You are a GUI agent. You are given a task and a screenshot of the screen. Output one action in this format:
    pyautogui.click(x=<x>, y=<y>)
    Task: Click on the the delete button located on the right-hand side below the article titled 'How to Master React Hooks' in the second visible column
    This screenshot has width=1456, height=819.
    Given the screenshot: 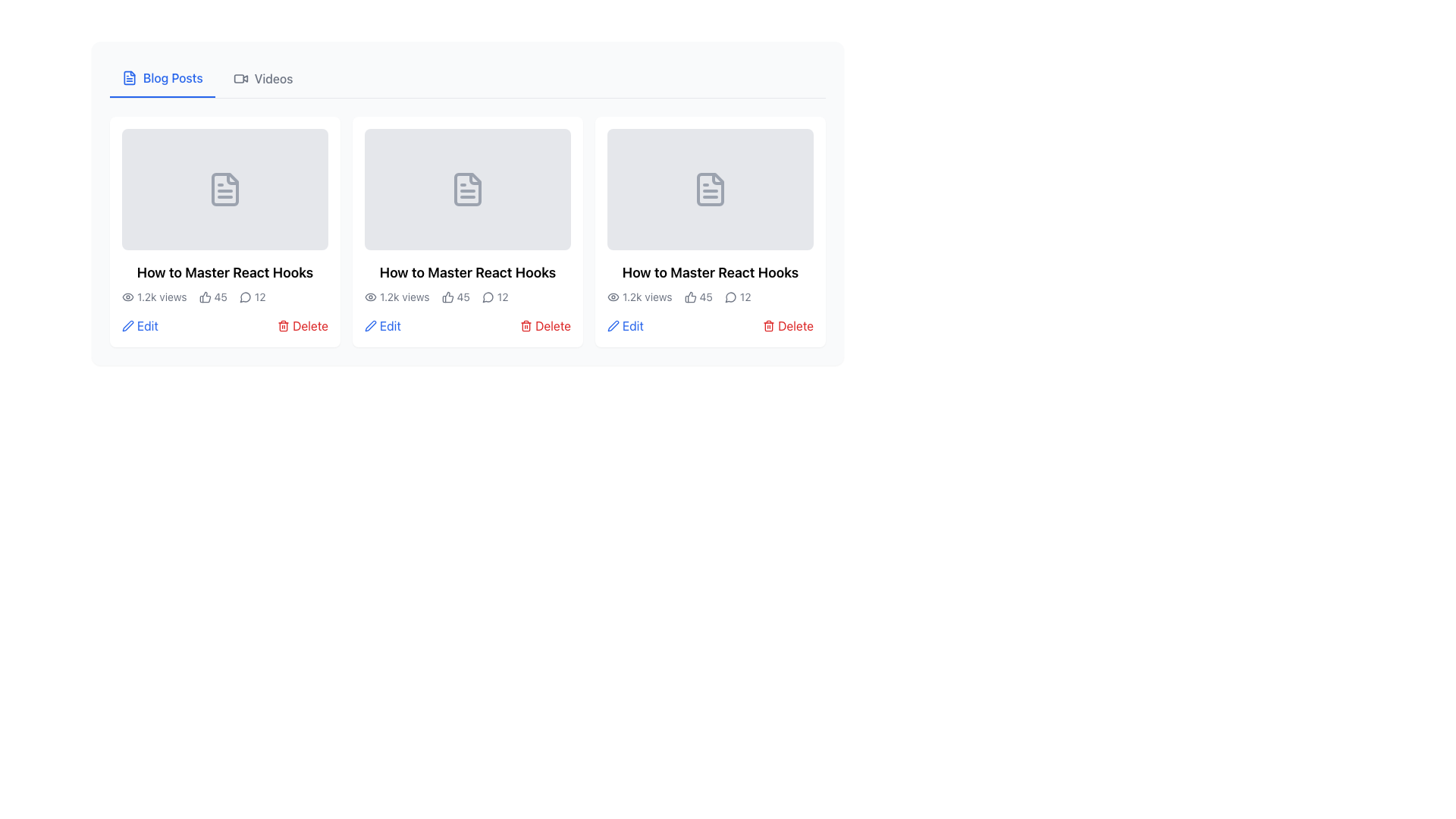 What is the action you would take?
    pyautogui.click(x=545, y=325)
    